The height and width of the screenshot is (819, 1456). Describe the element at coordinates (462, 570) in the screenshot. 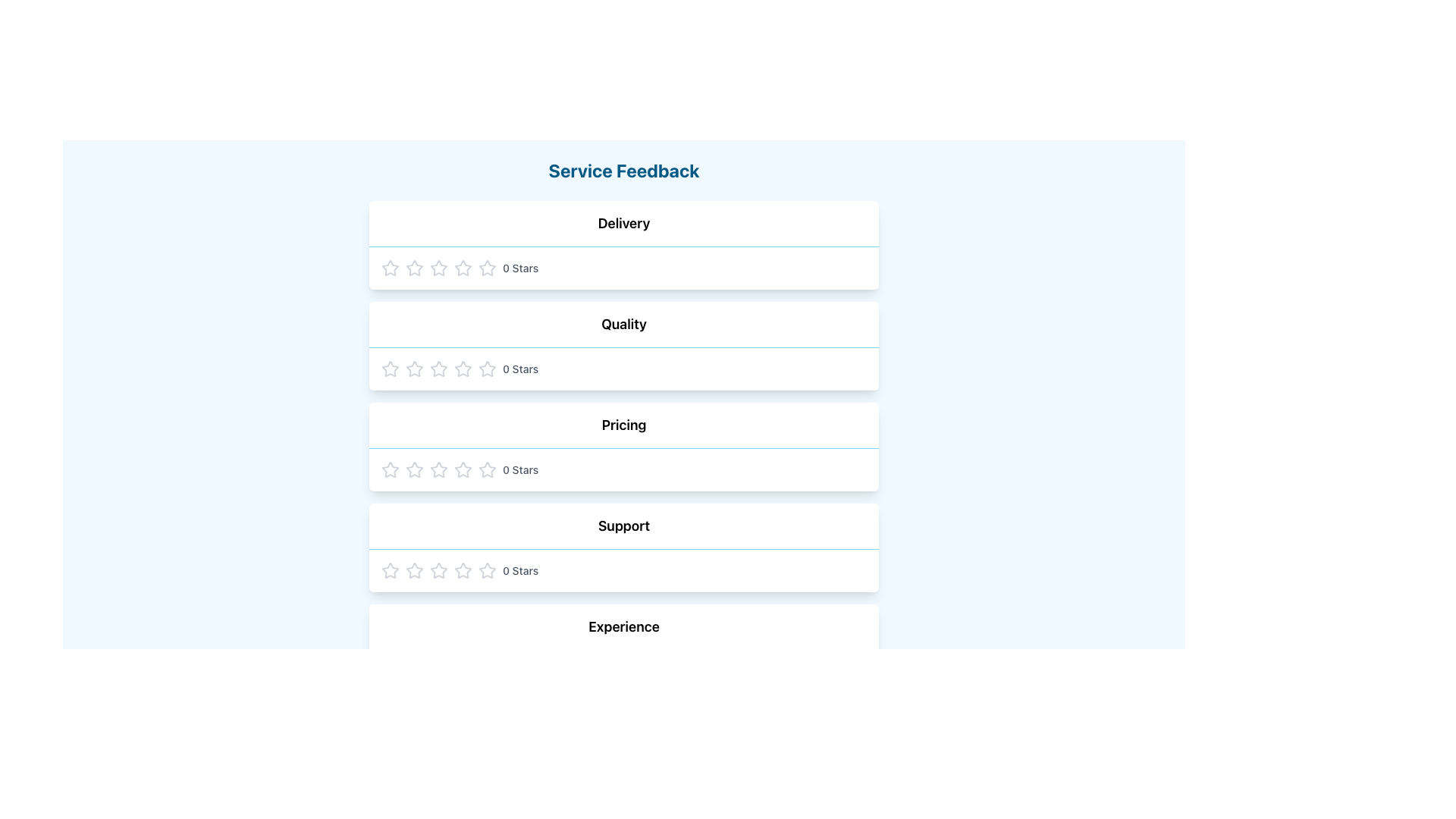

I see `the sixth star icon in the 'Support' section's rating component for additional interaction` at that location.